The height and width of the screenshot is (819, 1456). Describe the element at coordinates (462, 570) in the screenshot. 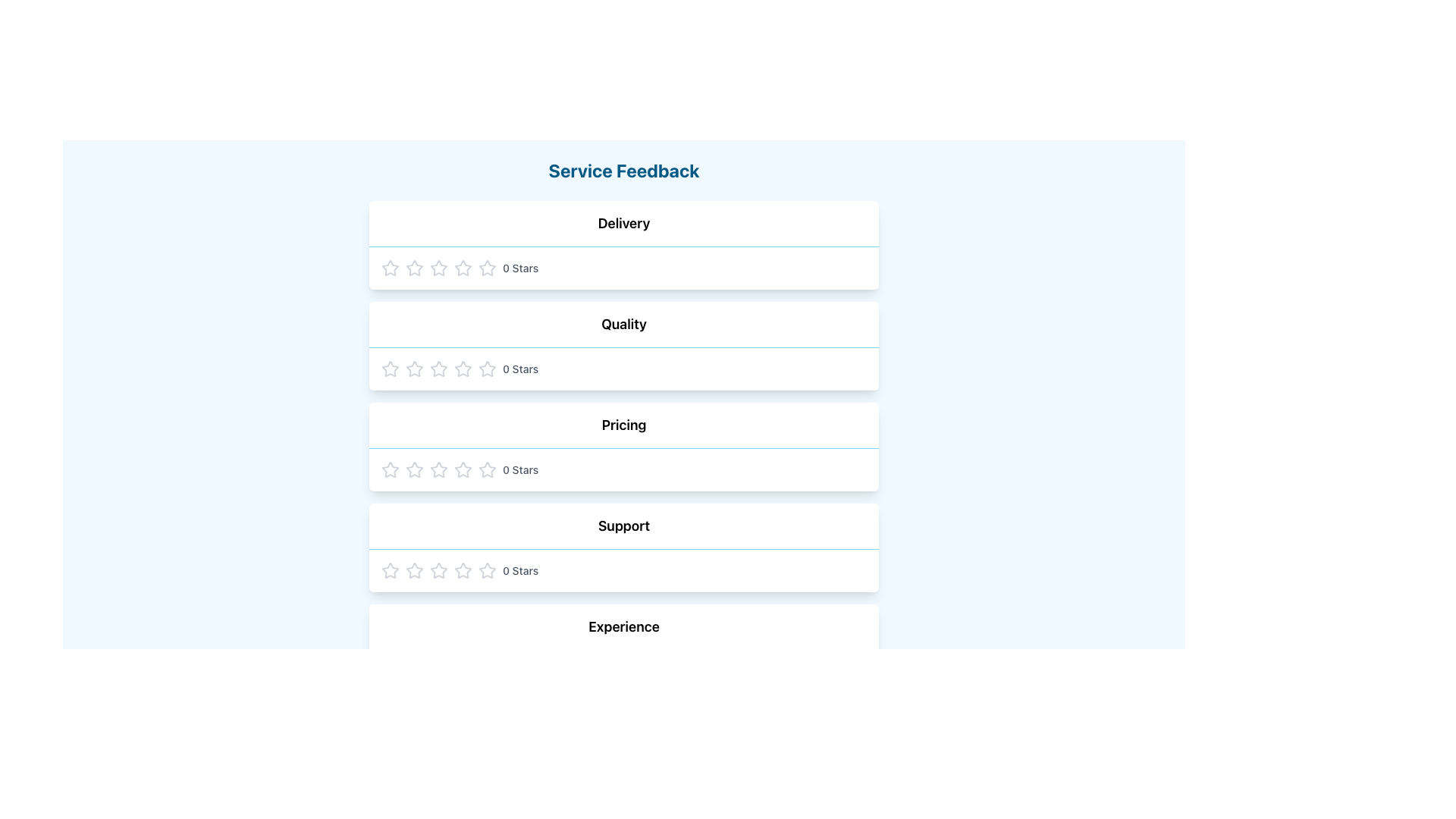

I see `the sixth star icon in the 'Support' section's rating component for additional interaction` at that location.